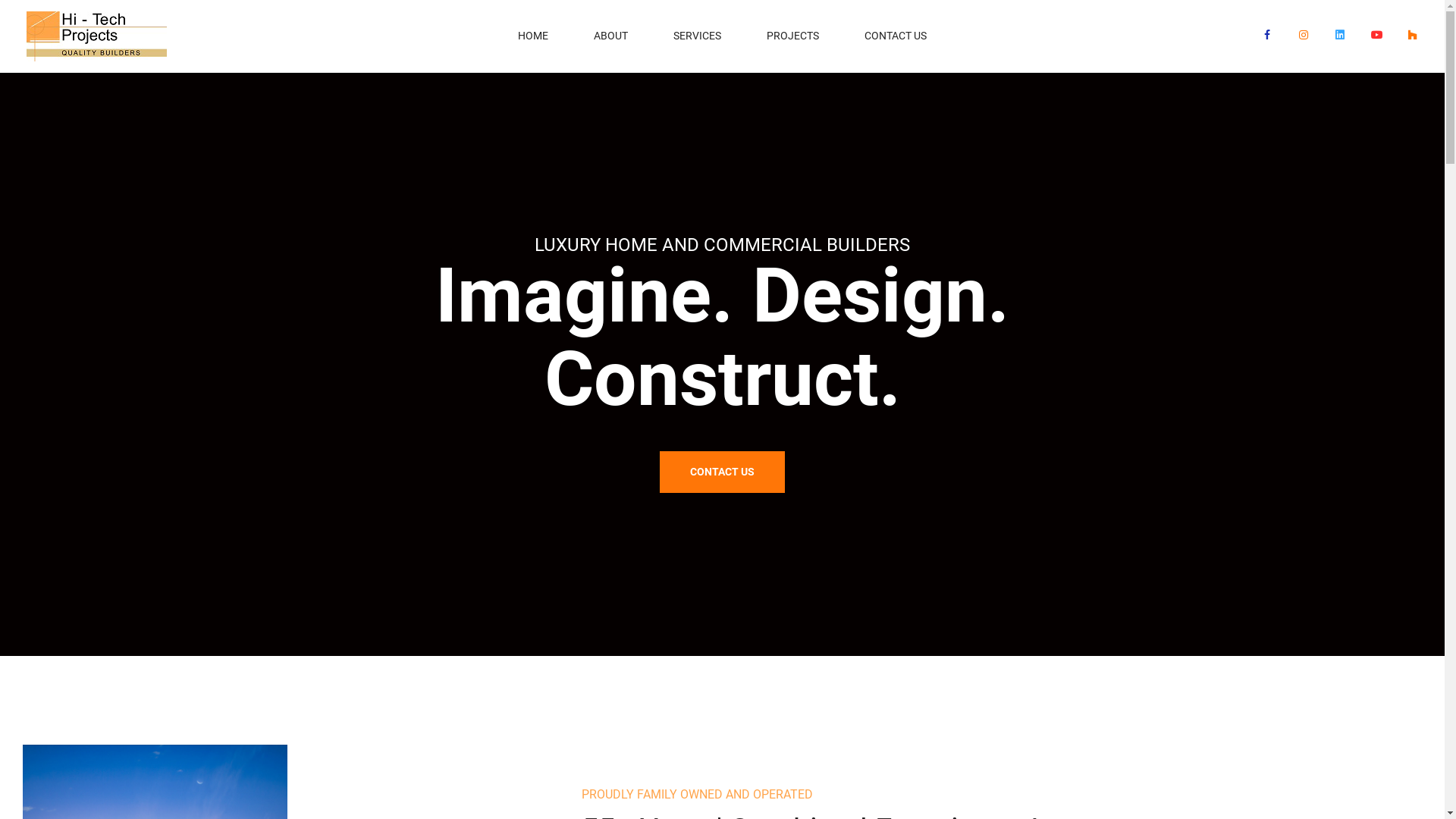 The image size is (1456, 819). What do you see at coordinates (696, 35) in the screenshot?
I see `'SERVICES'` at bounding box center [696, 35].